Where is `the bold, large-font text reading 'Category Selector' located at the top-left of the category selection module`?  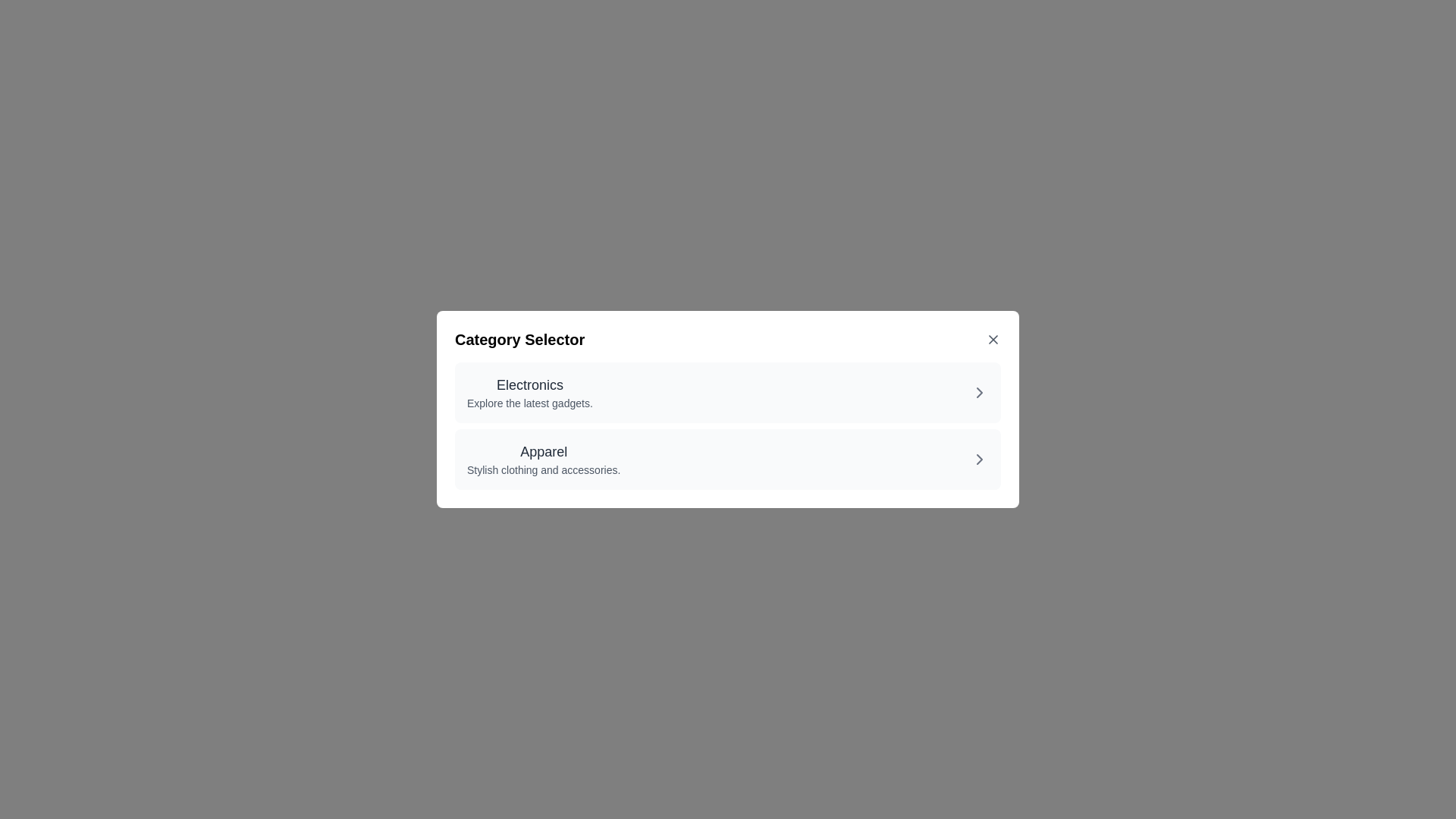 the bold, large-font text reading 'Category Selector' located at the top-left of the category selection module is located at coordinates (519, 338).